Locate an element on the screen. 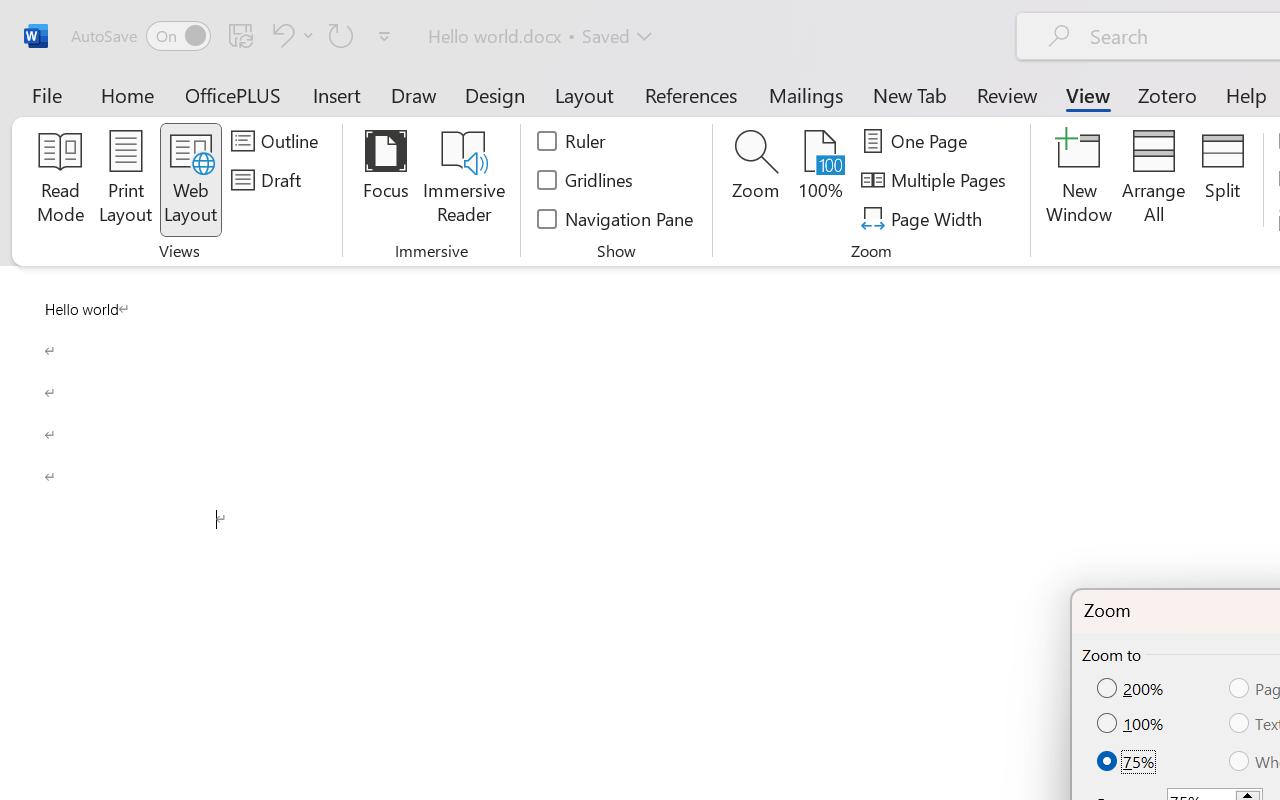 The image size is (1280, 800). 'Home' is located at coordinates (127, 94).